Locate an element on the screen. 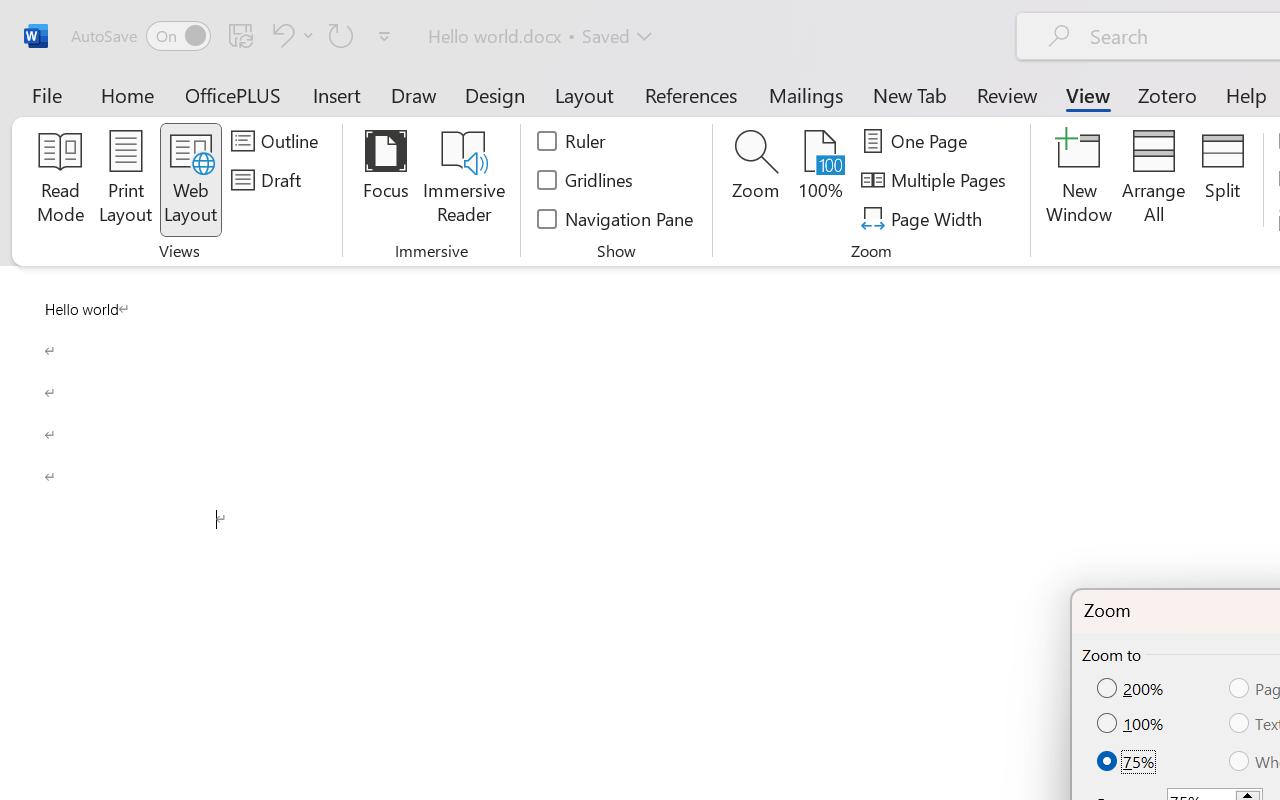 The image size is (1280, 800). 'Home' is located at coordinates (127, 94).